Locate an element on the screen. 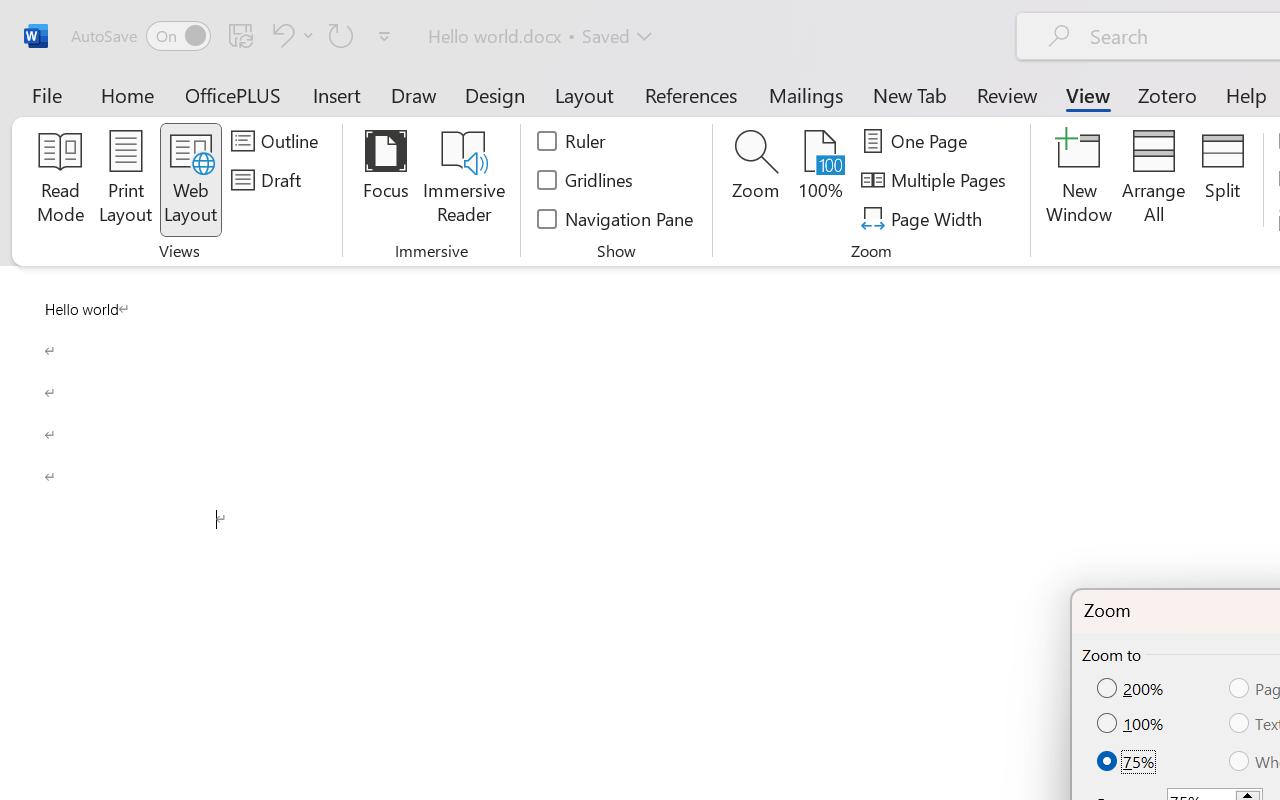 The image size is (1280, 800). 'Home' is located at coordinates (127, 94).